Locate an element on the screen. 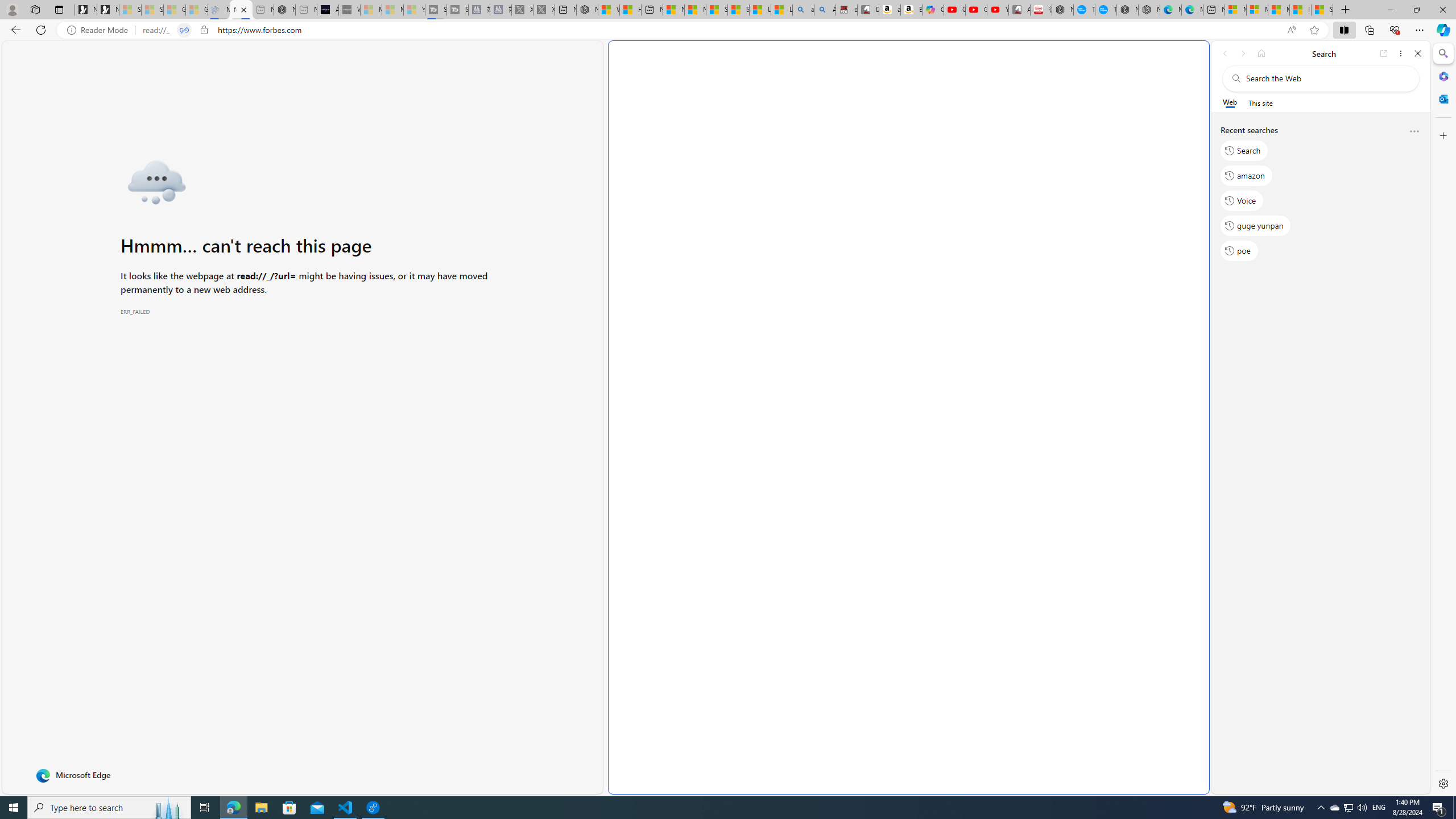  'Forward' is located at coordinates (1242, 53).